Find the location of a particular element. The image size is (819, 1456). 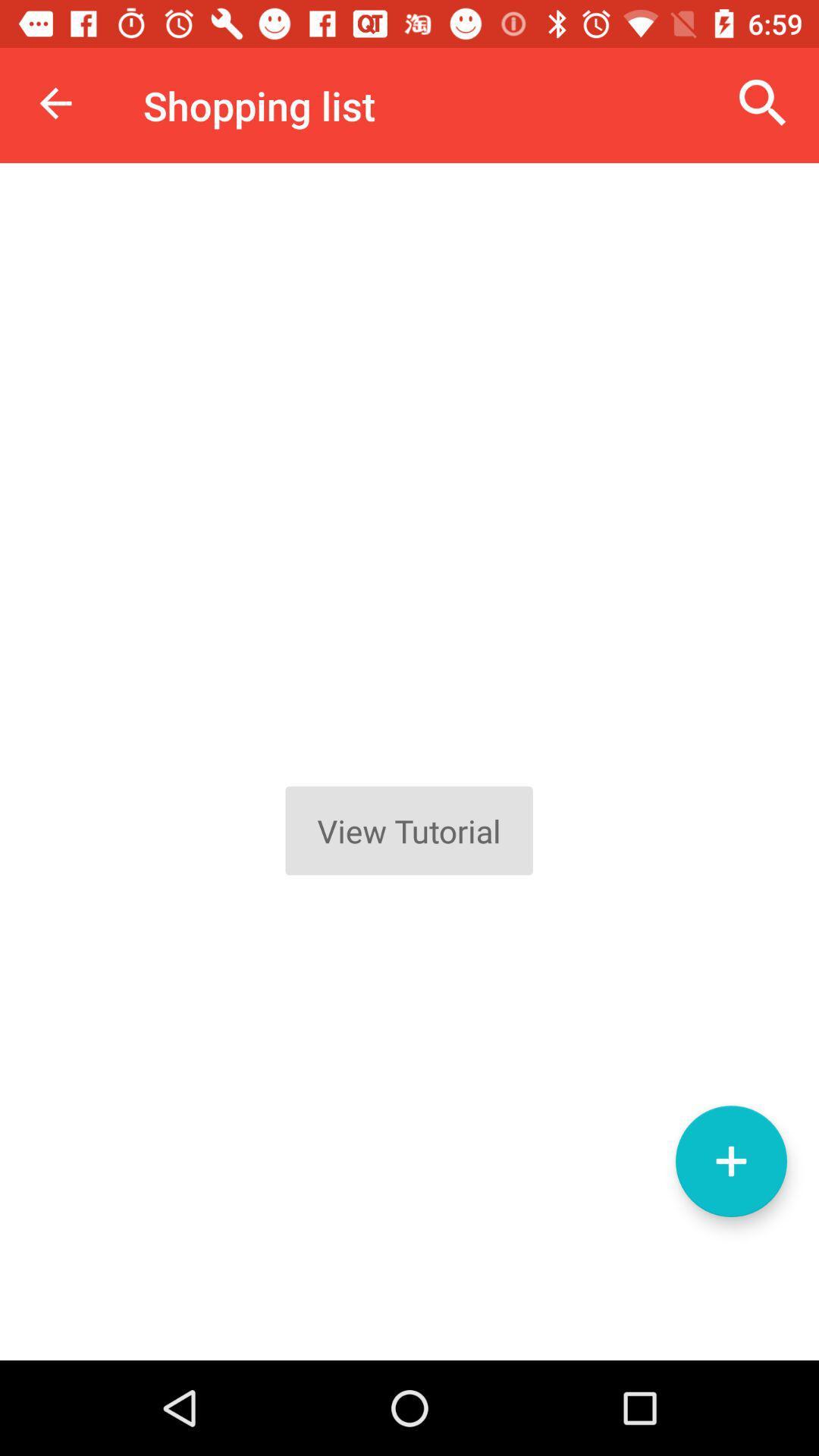

icon to the right of the shopping list is located at coordinates (763, 102).